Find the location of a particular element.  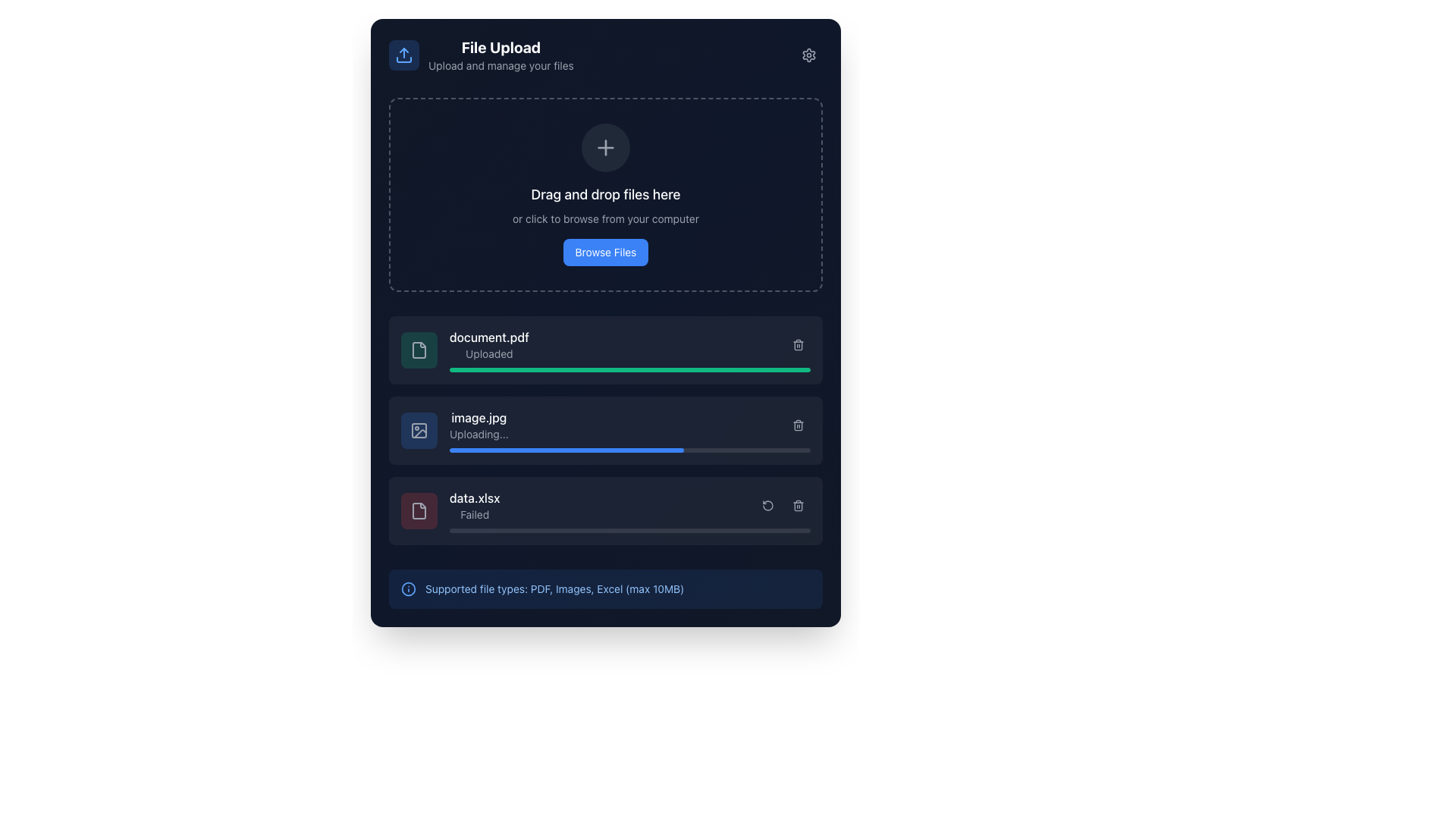

the filename 'document.pdf' displayed in bold white font in the first row of the file listing section to take actions such as previewing or downloading the file is located at coordinates (489, 345).